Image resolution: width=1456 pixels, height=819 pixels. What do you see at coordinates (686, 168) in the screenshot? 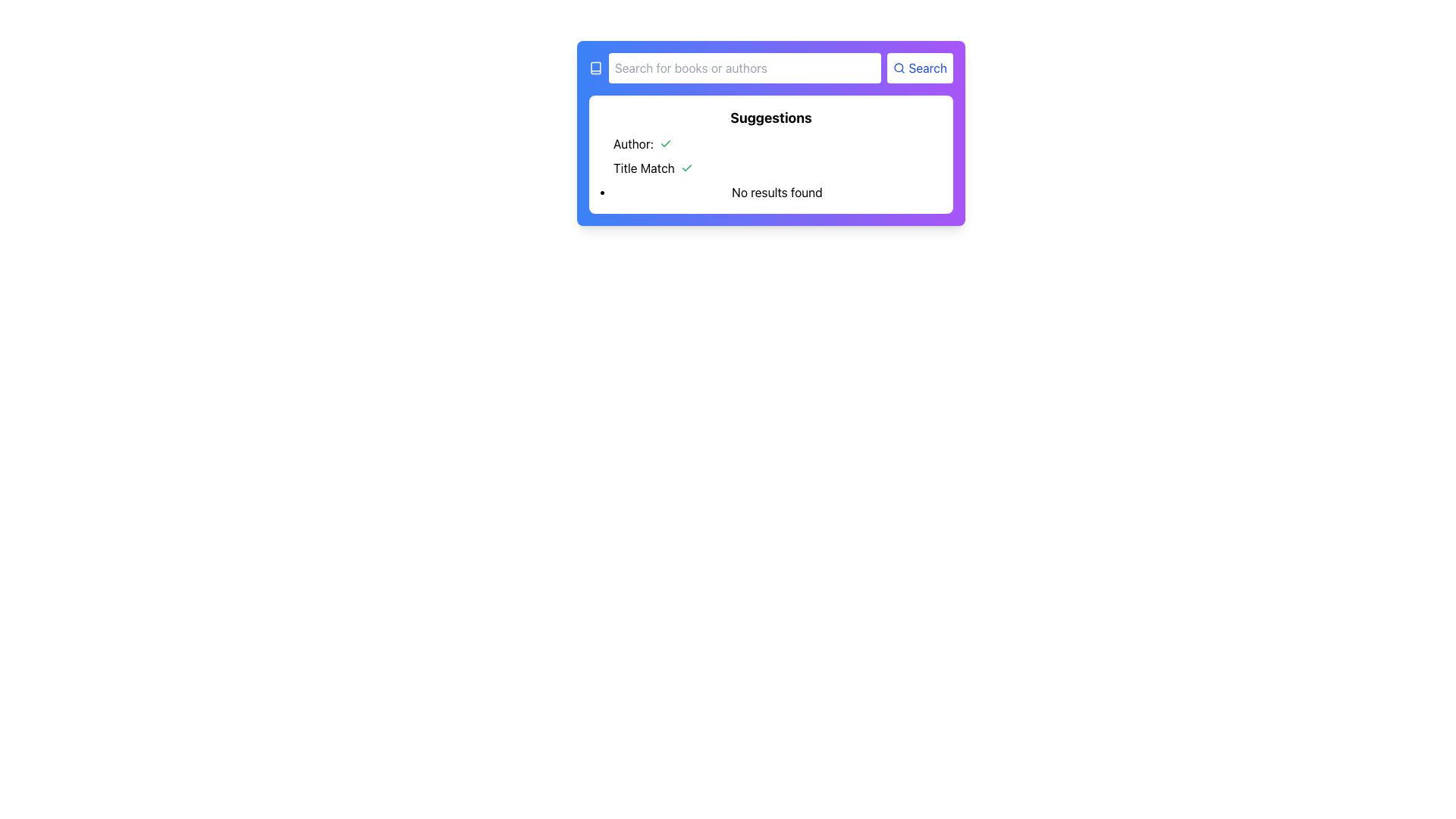
I see `the small green checkmark icon located beside the label 'Author:' in the suggestions section for visual information` at bounding box center [686, 168].